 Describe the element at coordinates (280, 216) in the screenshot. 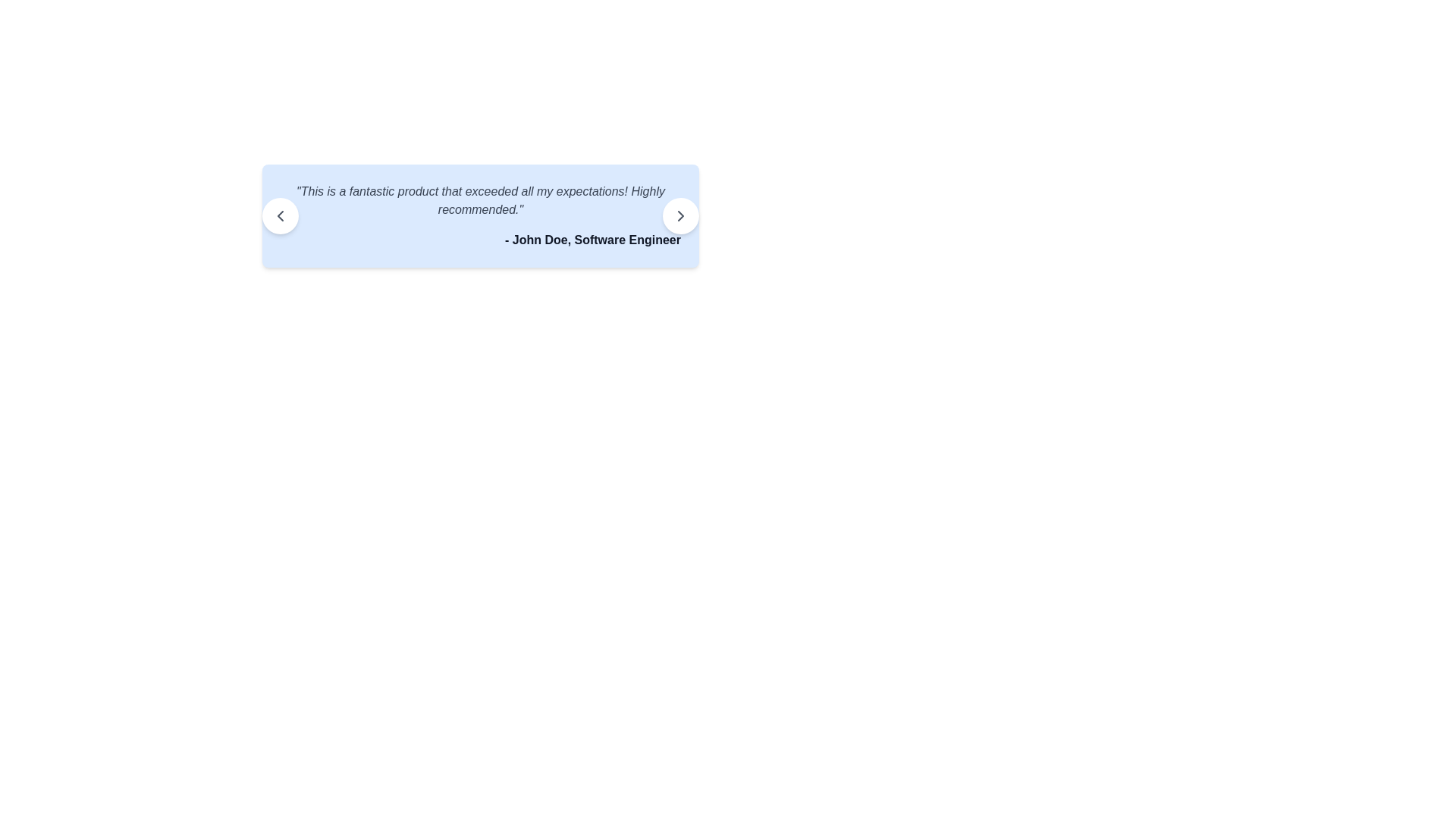

I see `the left-pointing chevron icon styled in dark gray within a circular white button, located at the left side of a review card` at that location.